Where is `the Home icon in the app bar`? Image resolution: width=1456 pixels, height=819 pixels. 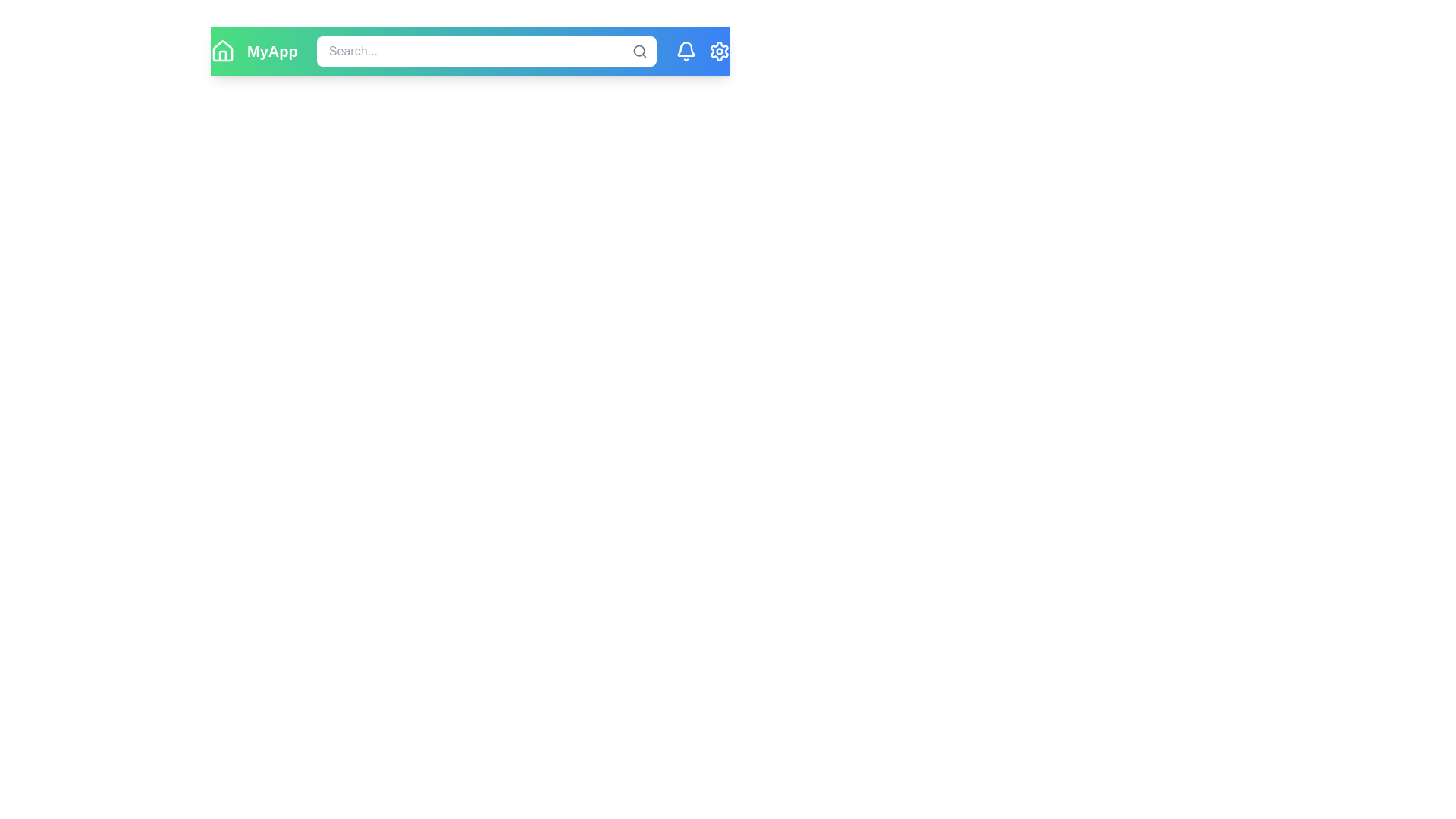 the Home icon in the app bar is located at coordinates (221, 51).